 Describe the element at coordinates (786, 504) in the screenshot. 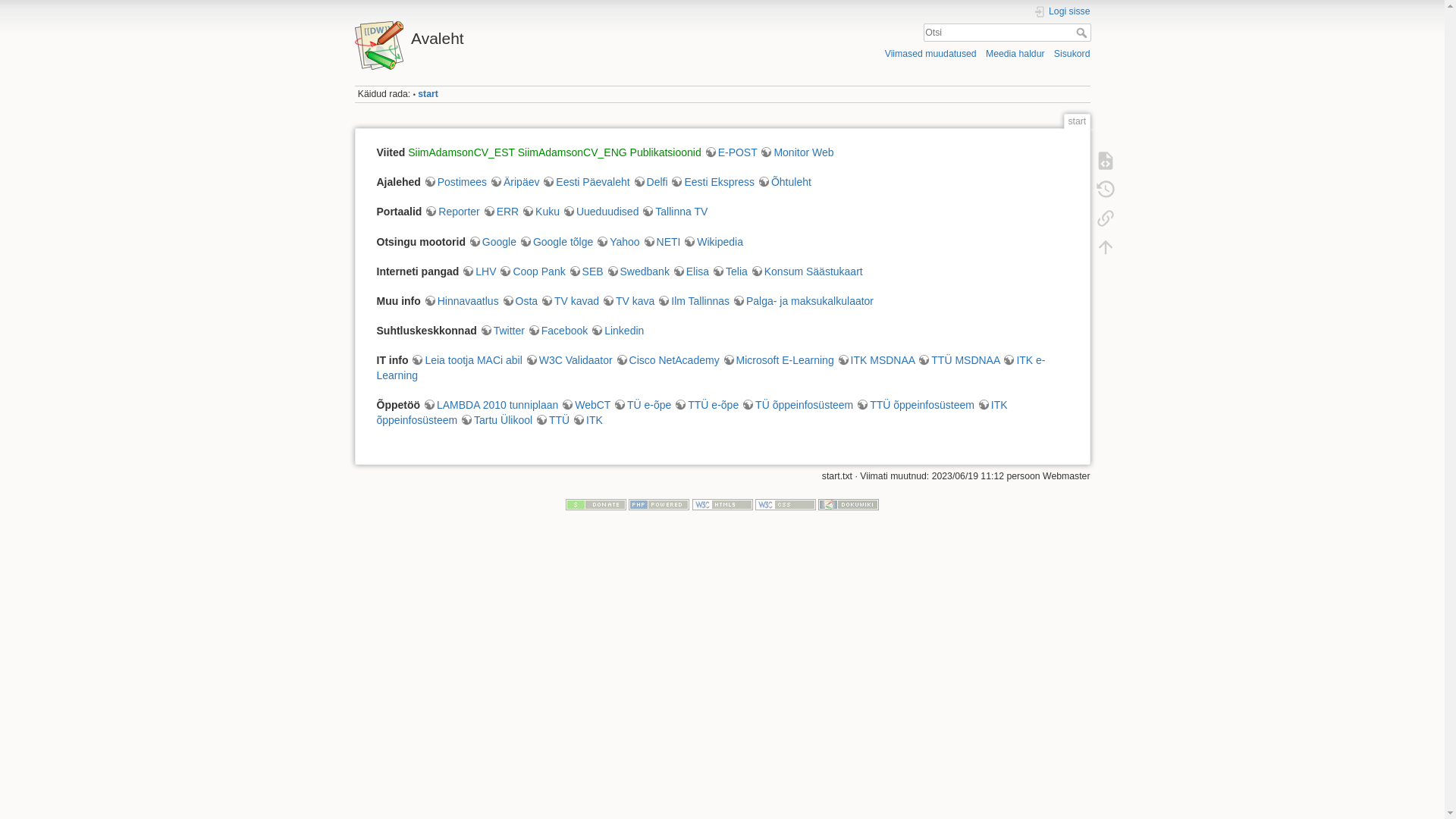

I see `'Valid CSS'` at that location.